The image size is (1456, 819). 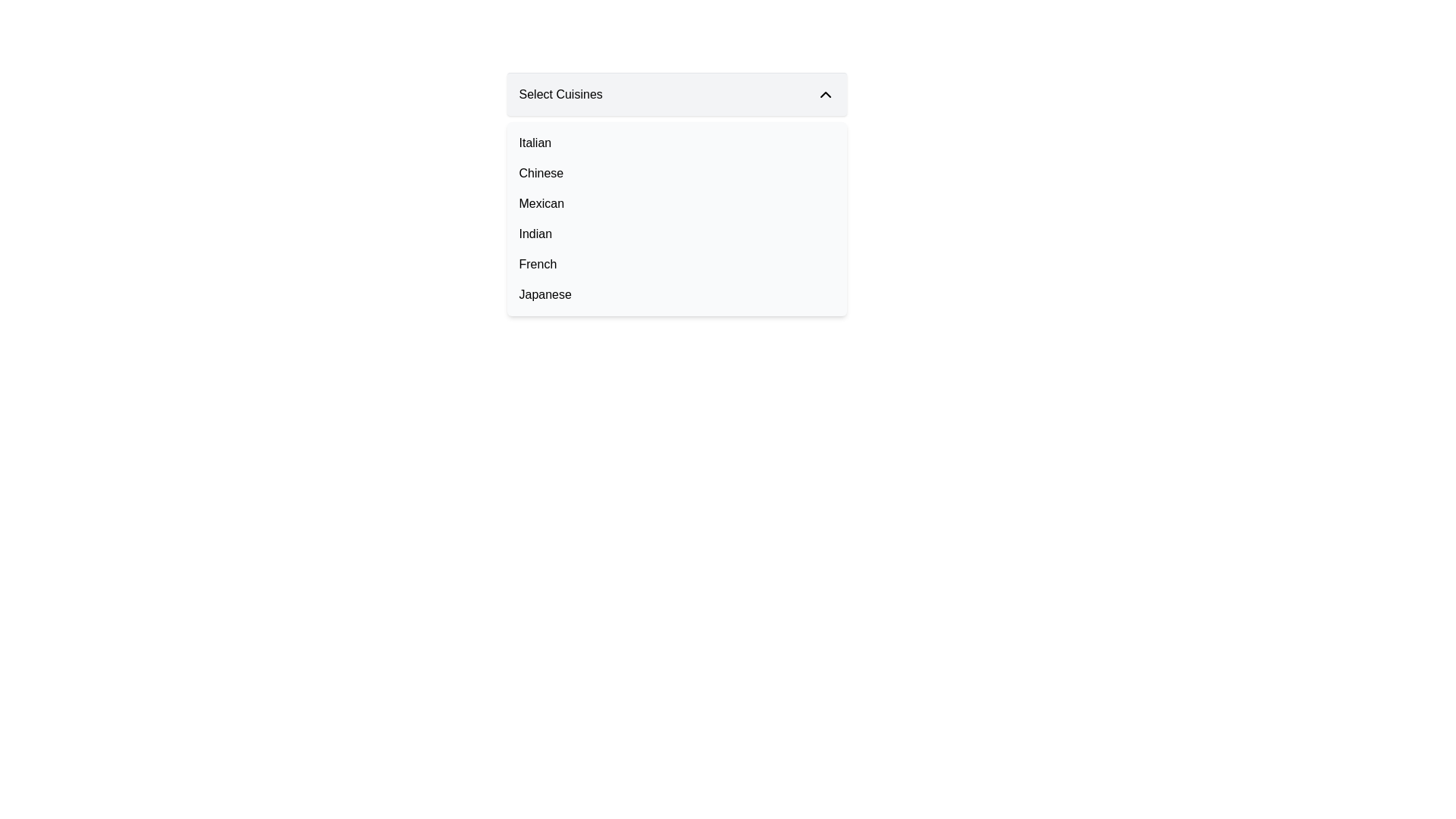 I want to click on the 'French' cuisine option text label in the dropdown menu to bring it into active view, so click(x=538, y=263).